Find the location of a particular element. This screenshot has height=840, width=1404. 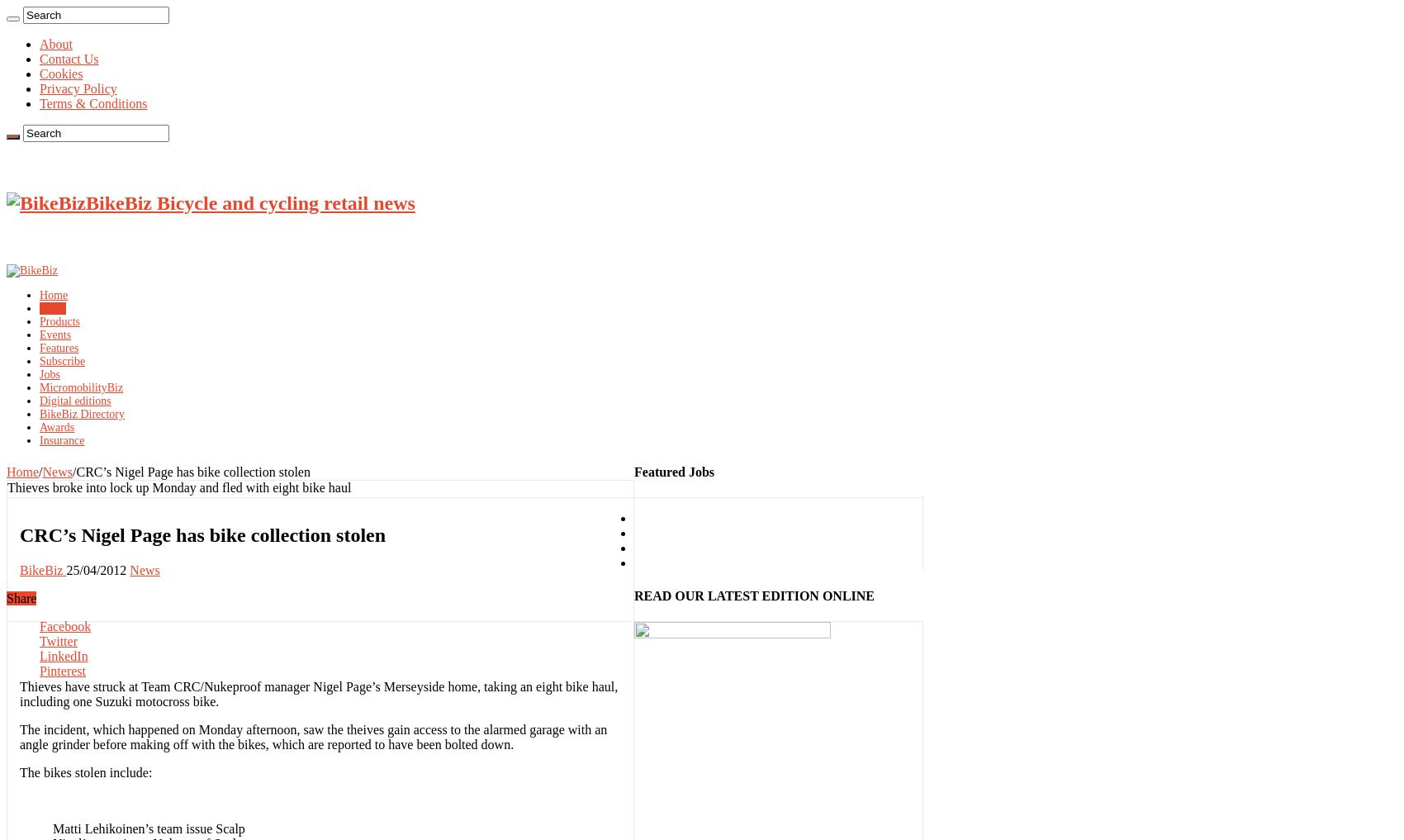

'Twitter' is located at coordinates (58, 640).